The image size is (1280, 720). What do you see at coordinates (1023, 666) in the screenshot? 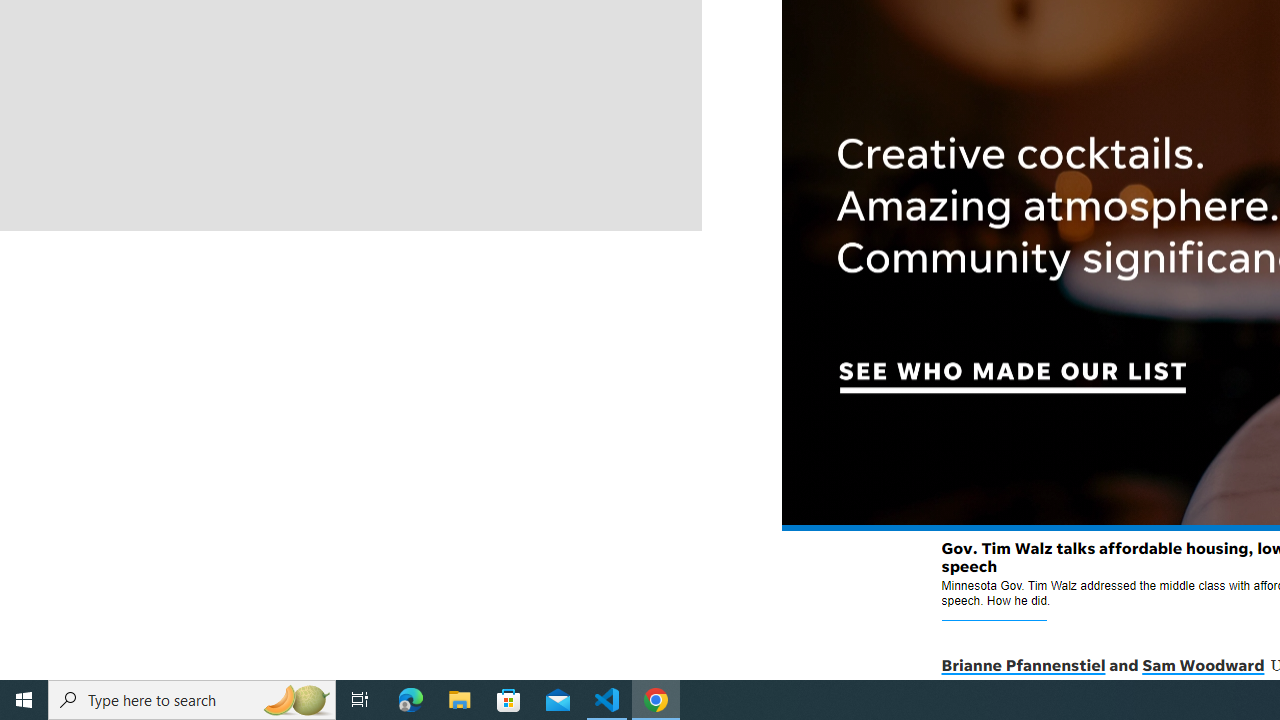
I see `'Brianne Pfannenstiel'` at bounding box center [1023, 666].